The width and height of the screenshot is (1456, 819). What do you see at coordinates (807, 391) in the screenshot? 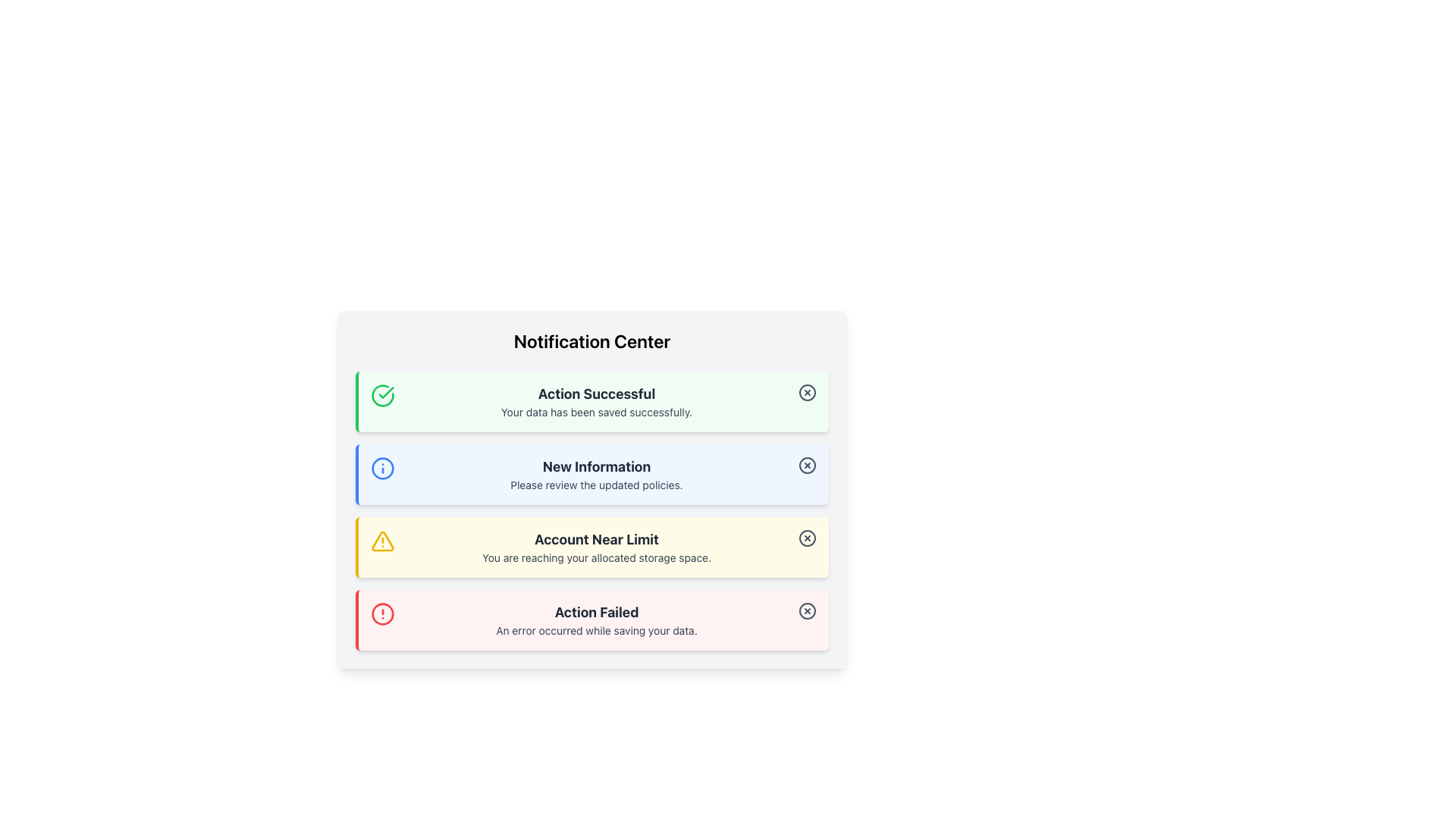
I see `the dismiss button located to the right of the 'Action Successful' label in the first notification of the notification center` at bounding box center [807, 391].